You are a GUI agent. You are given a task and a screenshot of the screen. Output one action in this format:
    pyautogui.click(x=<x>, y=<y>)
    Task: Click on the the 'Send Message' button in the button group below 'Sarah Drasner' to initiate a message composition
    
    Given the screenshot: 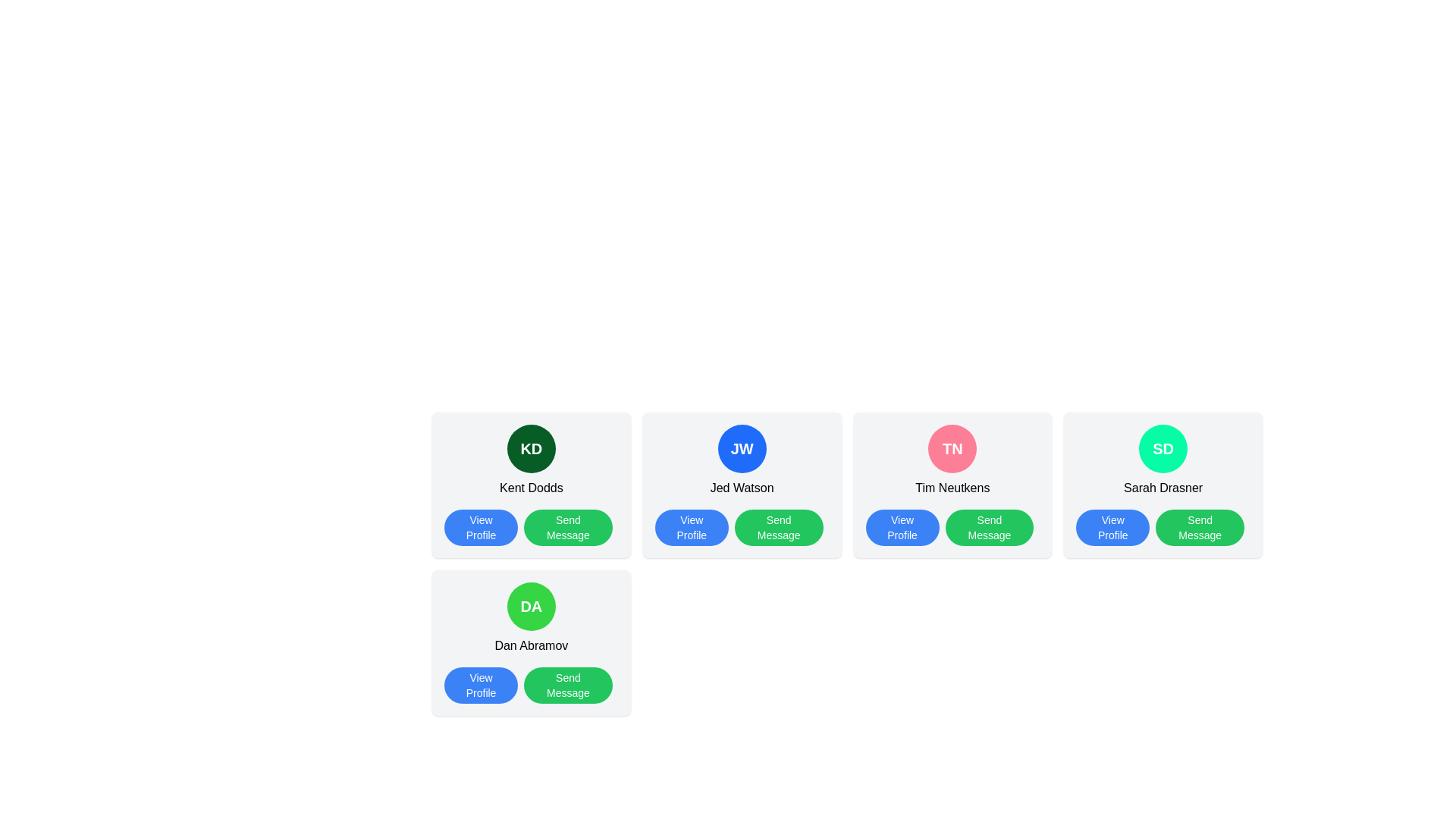 What is the action you would take?
    pyautogui.click(x=1163, y=526)
    